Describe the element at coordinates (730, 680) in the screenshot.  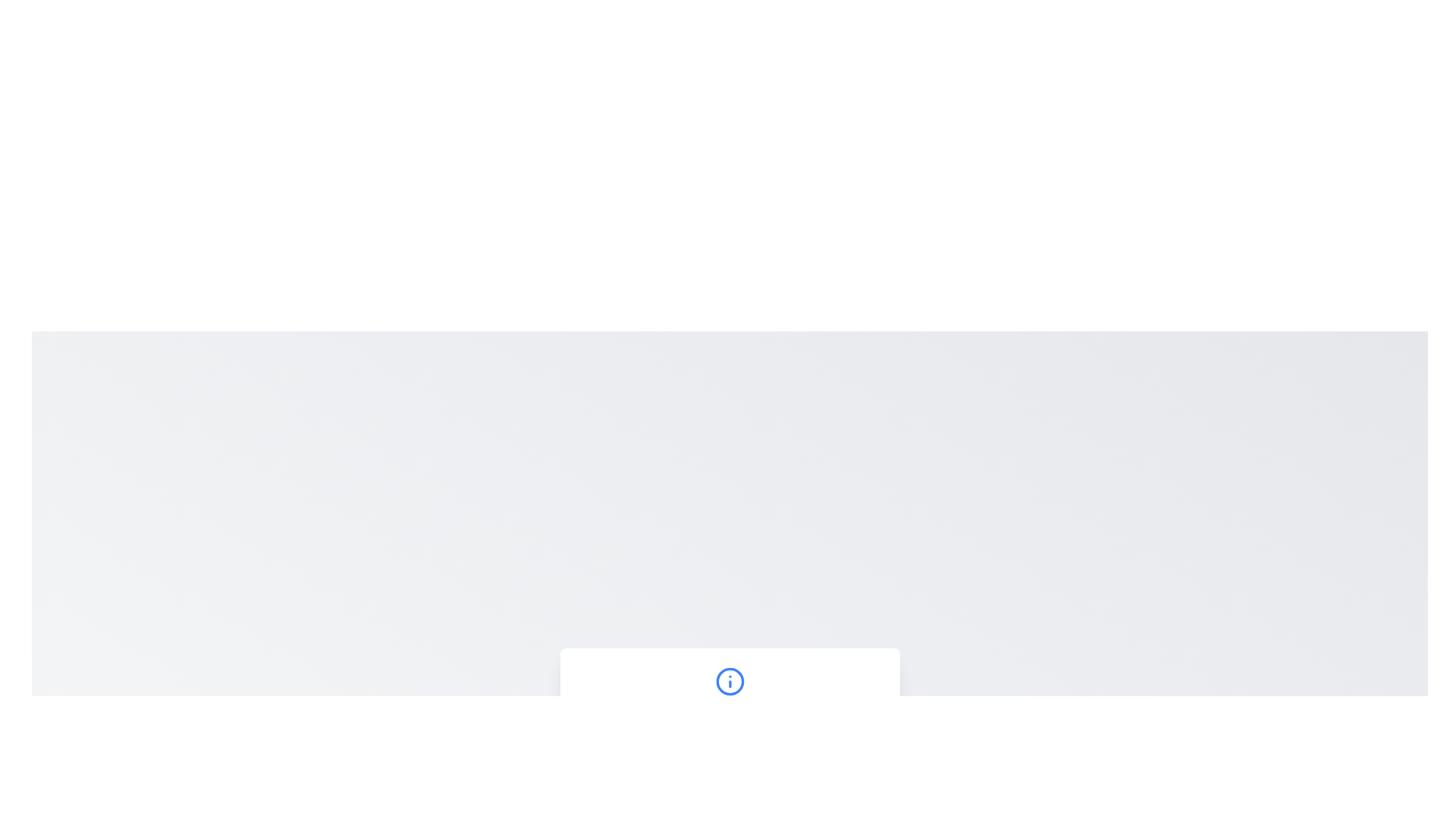
I see `the circular blue outlined icon with an 'i' symbol at its center, located below the heading 'Action Confirmation Required'` at that location.